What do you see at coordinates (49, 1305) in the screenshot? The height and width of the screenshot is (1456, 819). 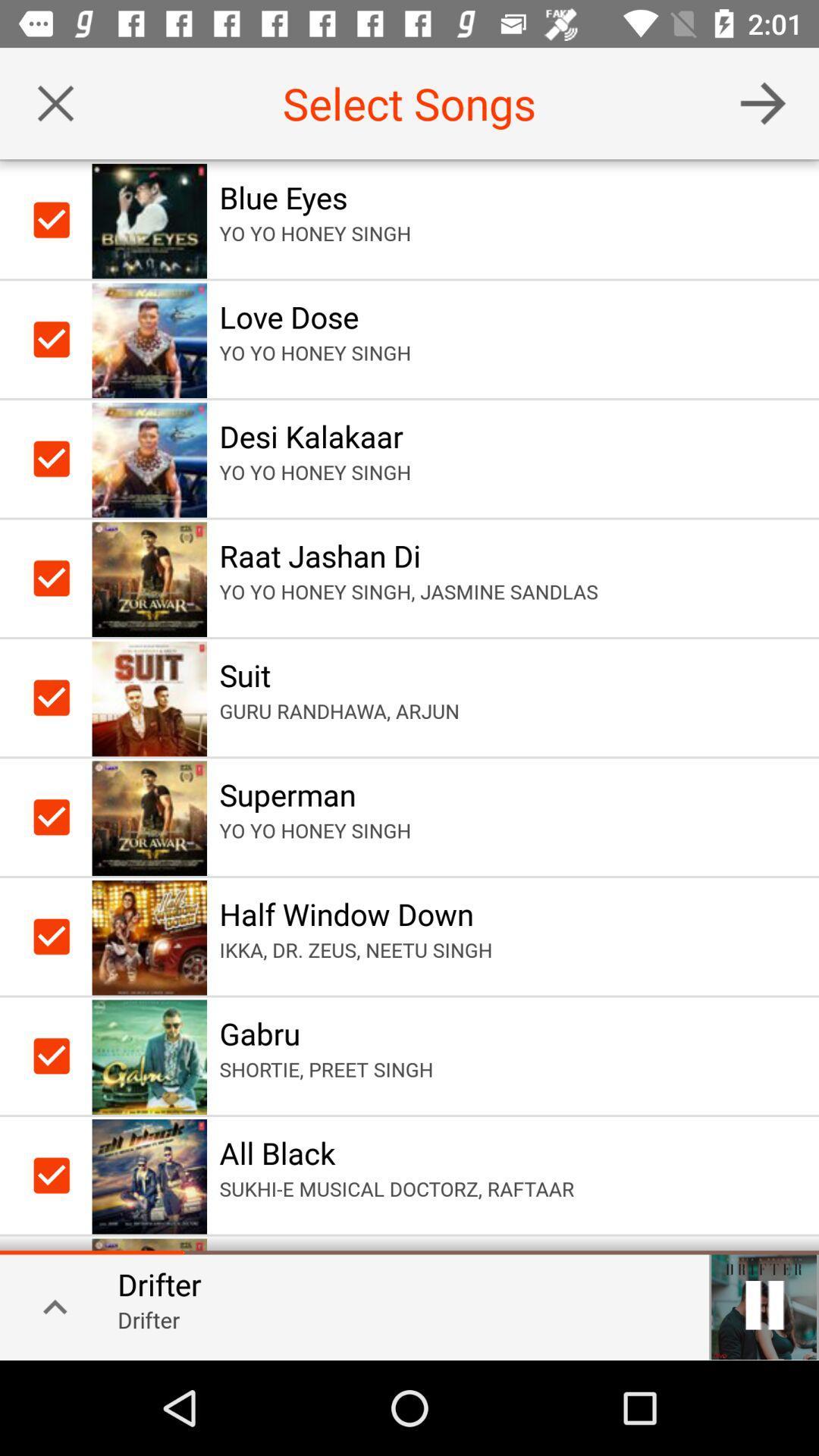 I see `up` at bounding box center [49, 1305].